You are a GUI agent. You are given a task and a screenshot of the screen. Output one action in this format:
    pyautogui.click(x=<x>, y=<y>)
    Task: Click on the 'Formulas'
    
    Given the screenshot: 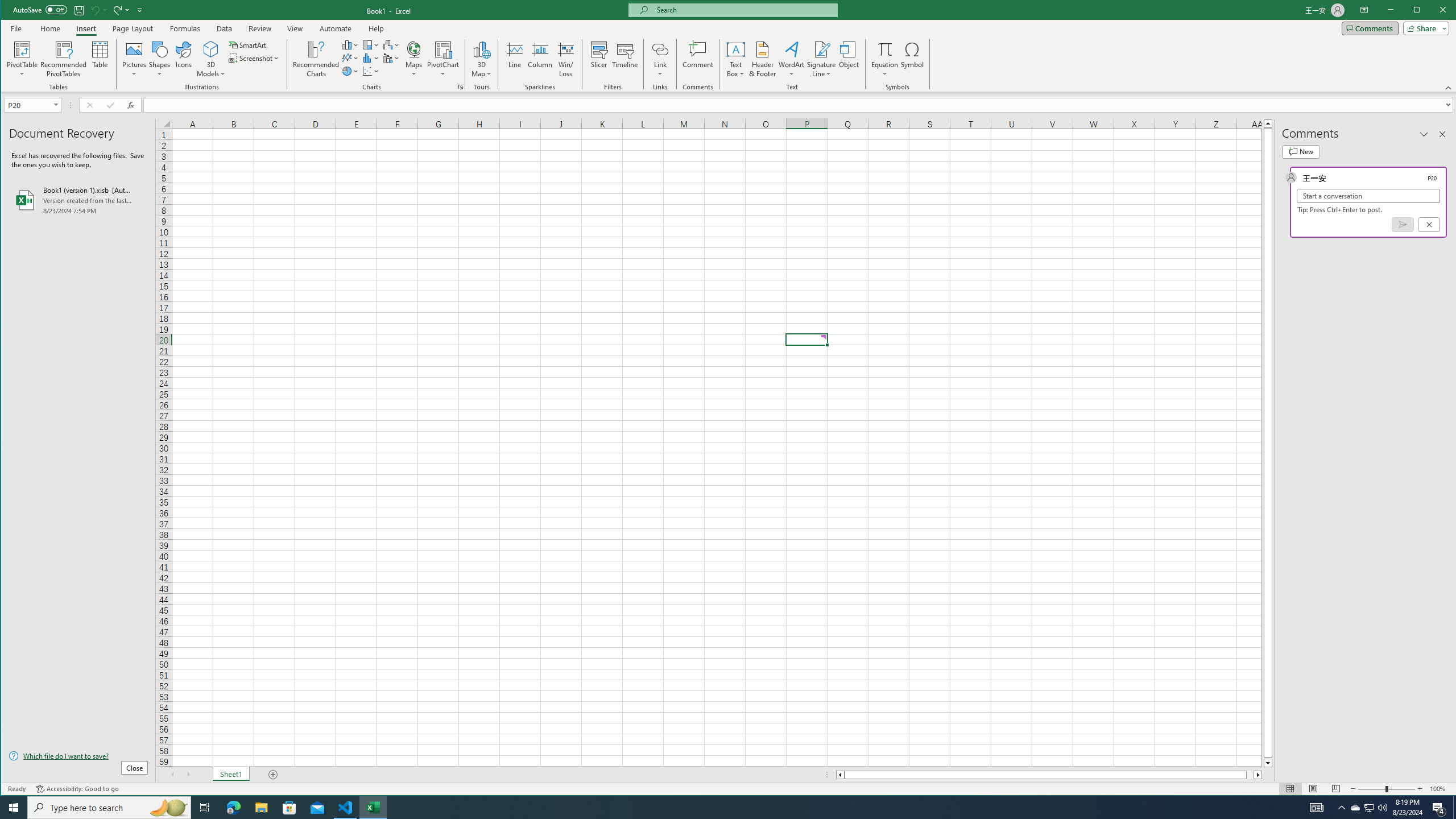 What is the action you would take?
    pyautogui.click(x=185, y=28)
    